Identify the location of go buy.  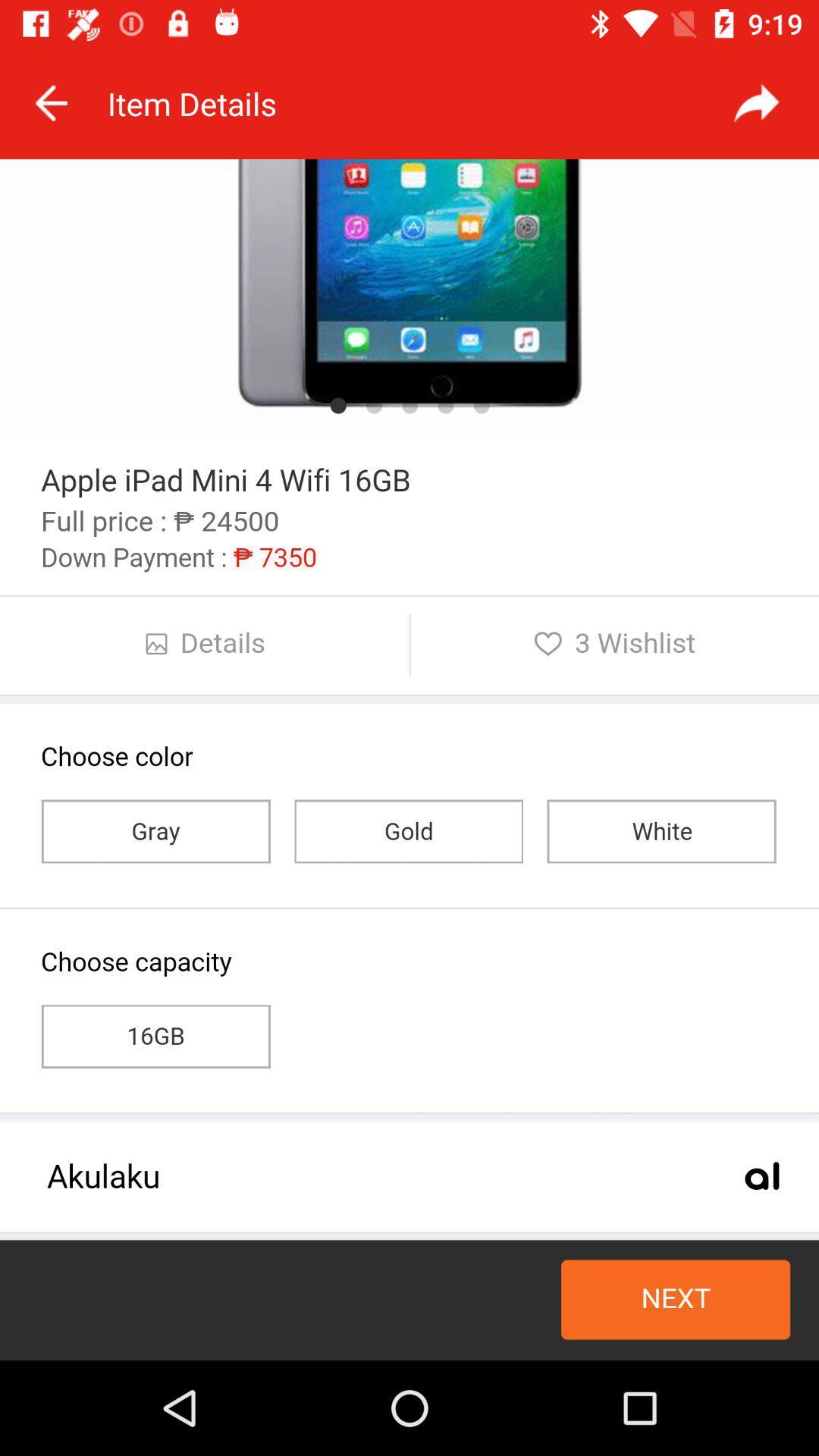
(409, 760).